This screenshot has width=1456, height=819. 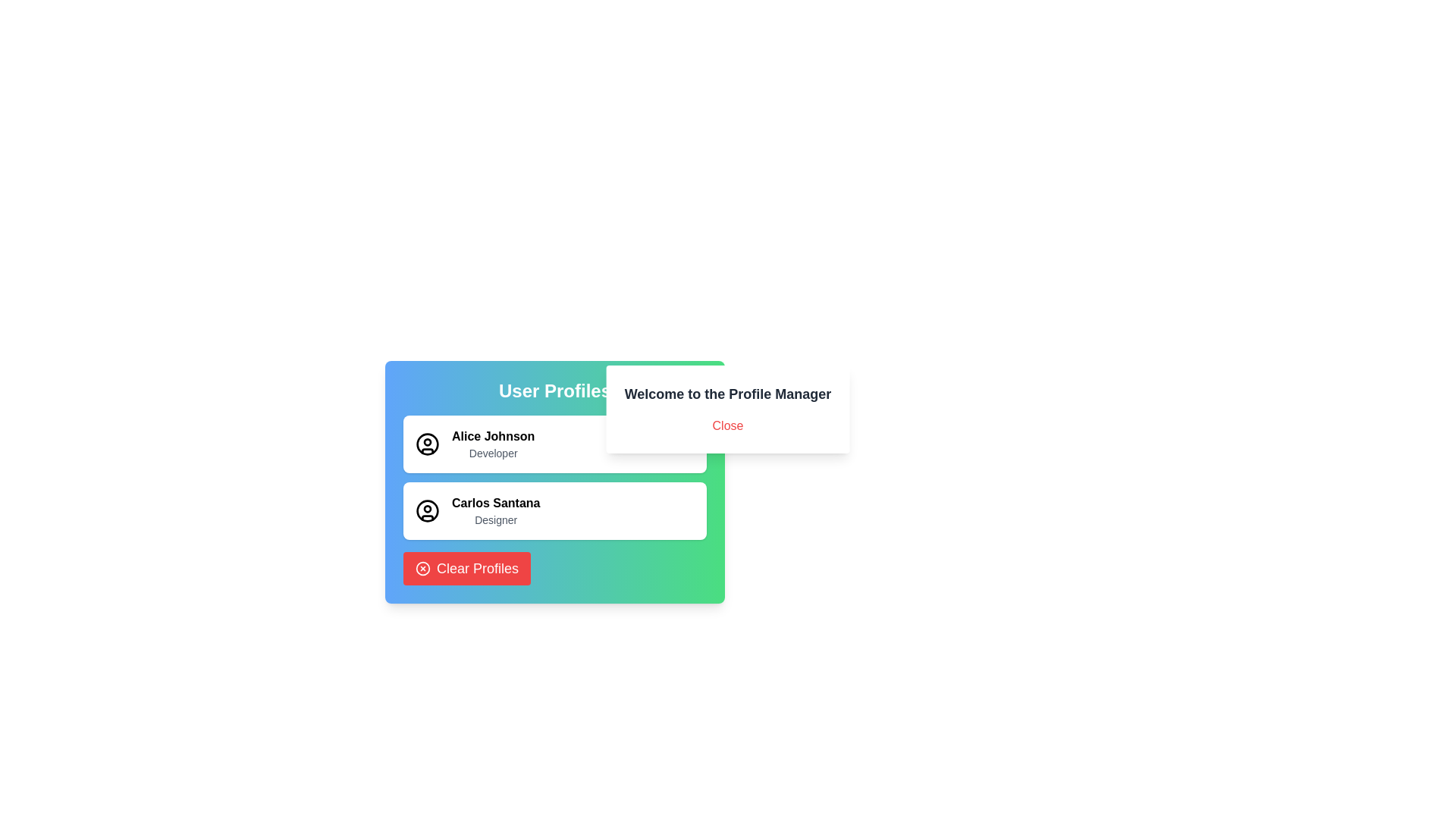 I want to click on the outermost circular part of the profile avatar icon beside 'Carlos Santana.', so click(x=427, y=444).